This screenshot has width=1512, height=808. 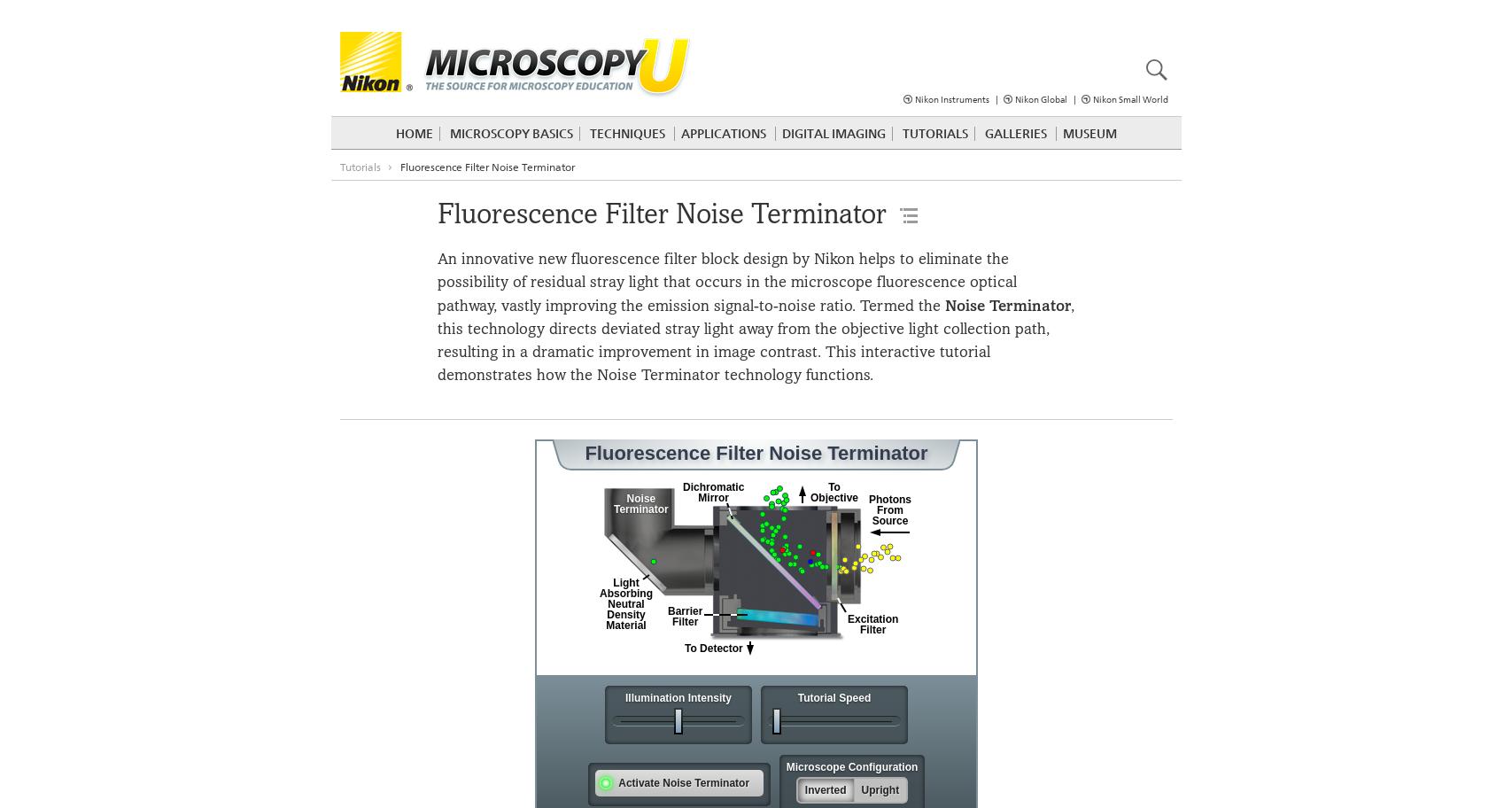 I want to click on 'Museum', so click(x=1060, y=132).